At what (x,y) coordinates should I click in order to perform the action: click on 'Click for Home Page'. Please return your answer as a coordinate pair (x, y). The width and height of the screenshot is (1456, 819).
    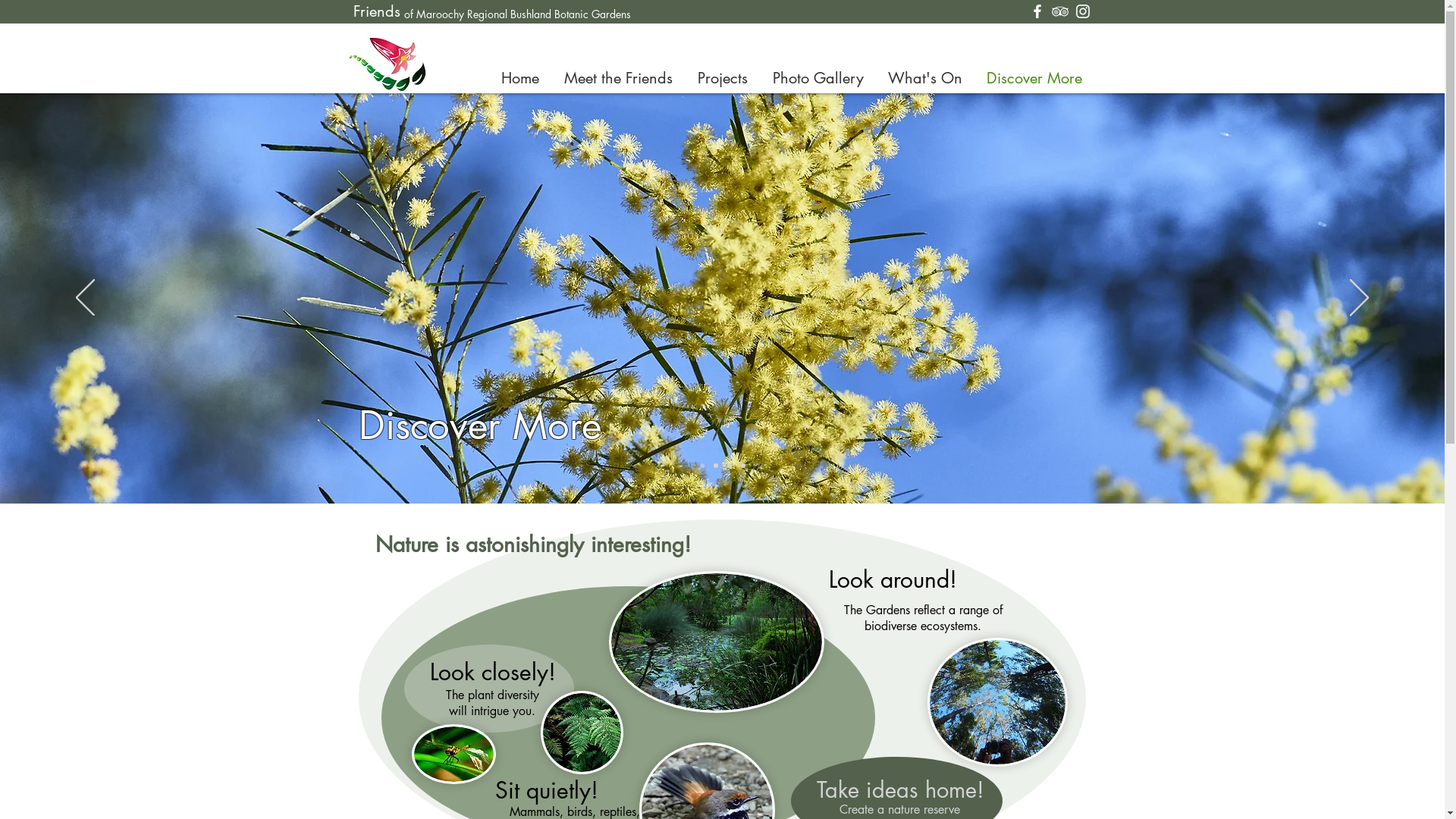
    Looking at the image, I should click on (387, 63).